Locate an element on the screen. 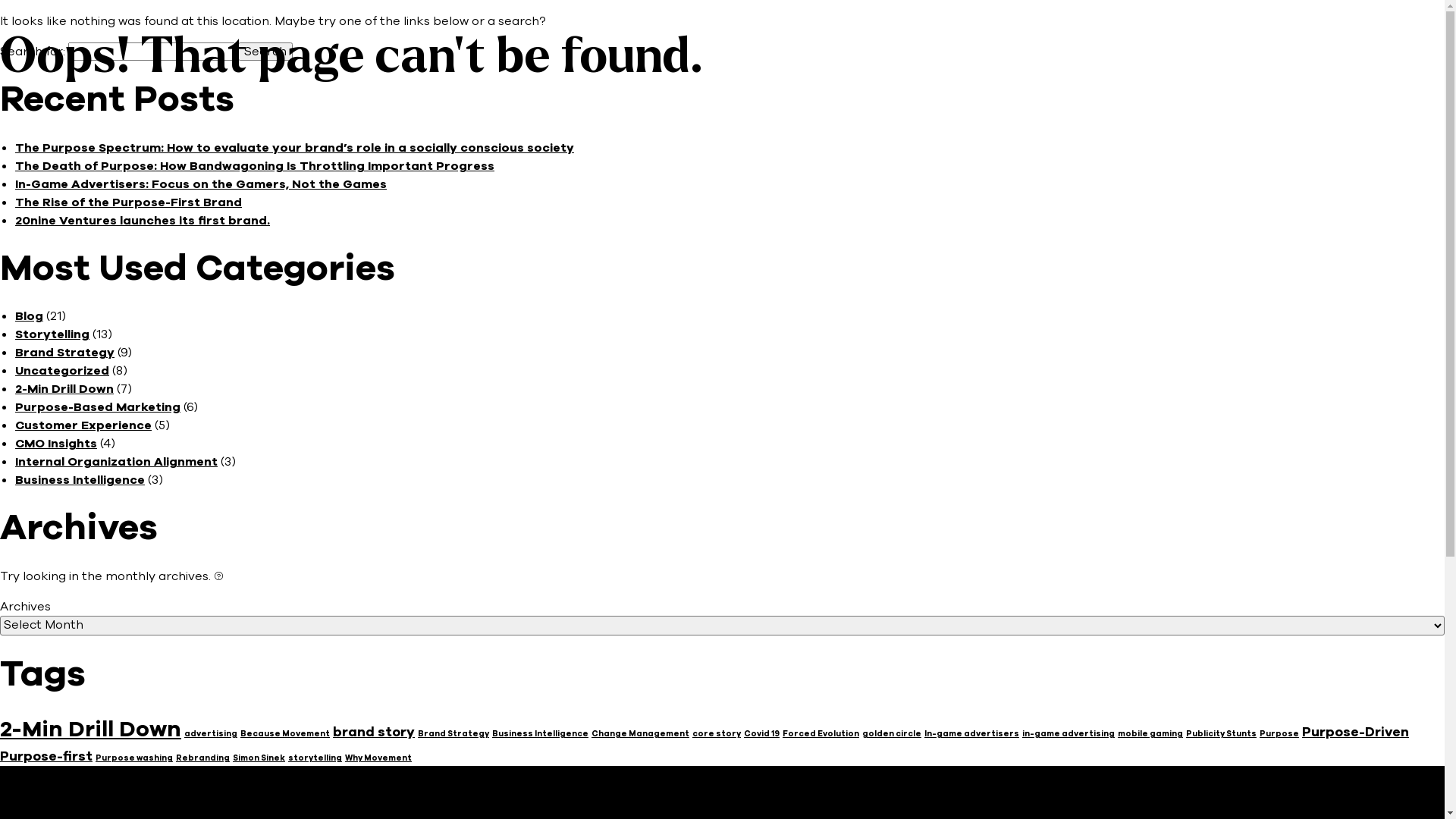  'Purpose-first' is located at coordinates (46, 755).